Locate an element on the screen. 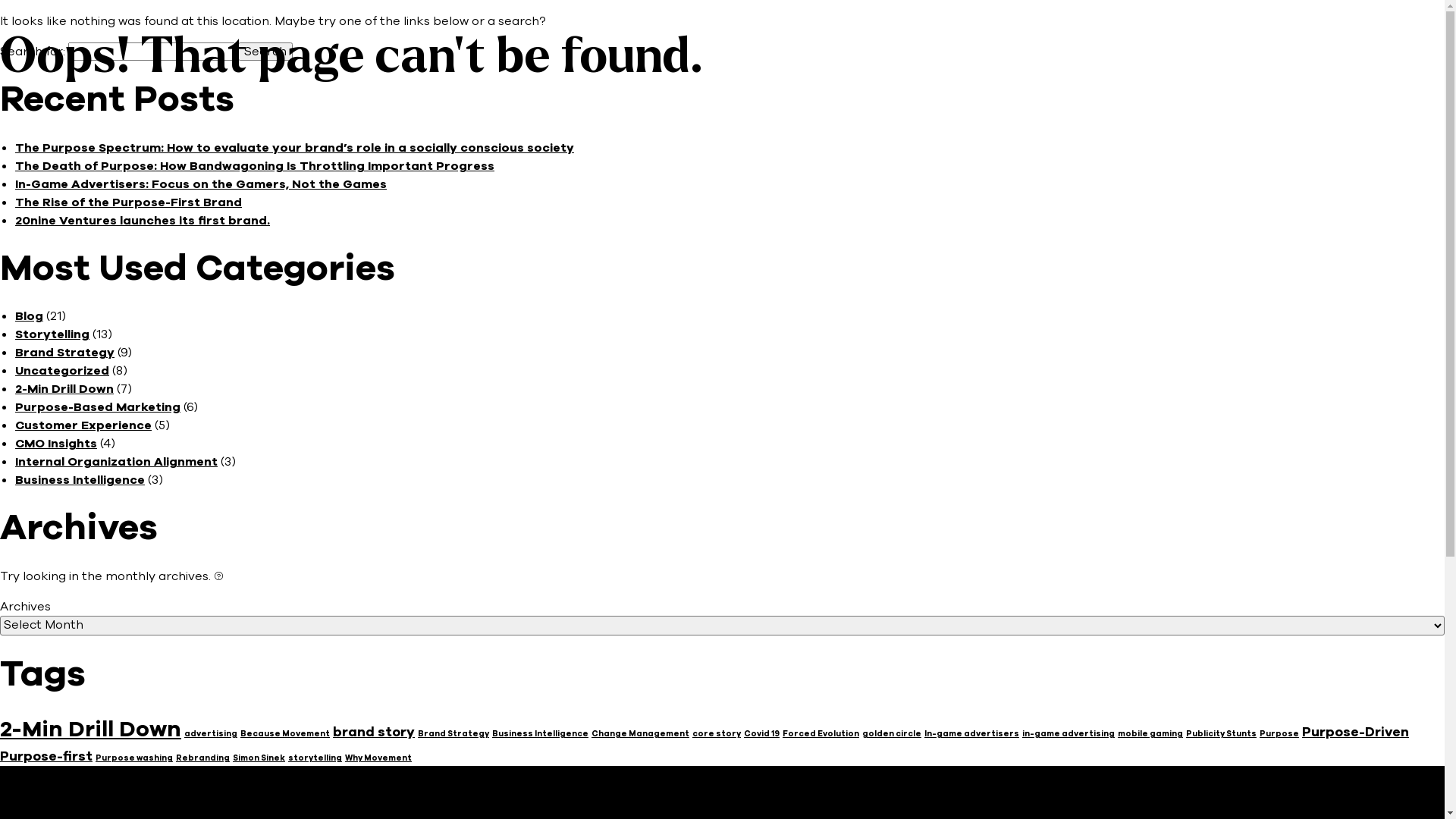  'Purpose-first' is located at coordinates (46, 755).